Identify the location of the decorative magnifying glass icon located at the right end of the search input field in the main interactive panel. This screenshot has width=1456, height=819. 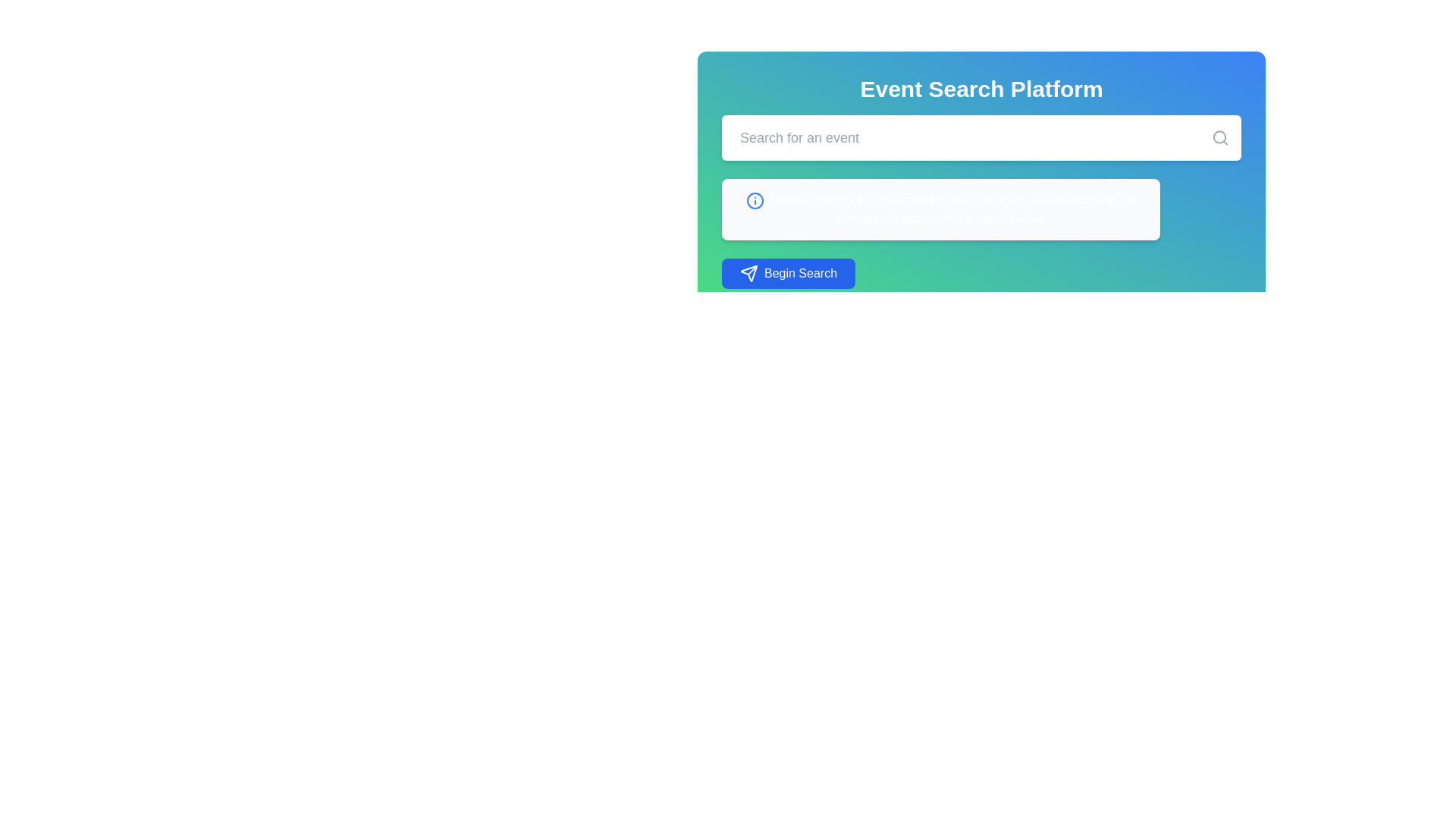
(1219, 137).